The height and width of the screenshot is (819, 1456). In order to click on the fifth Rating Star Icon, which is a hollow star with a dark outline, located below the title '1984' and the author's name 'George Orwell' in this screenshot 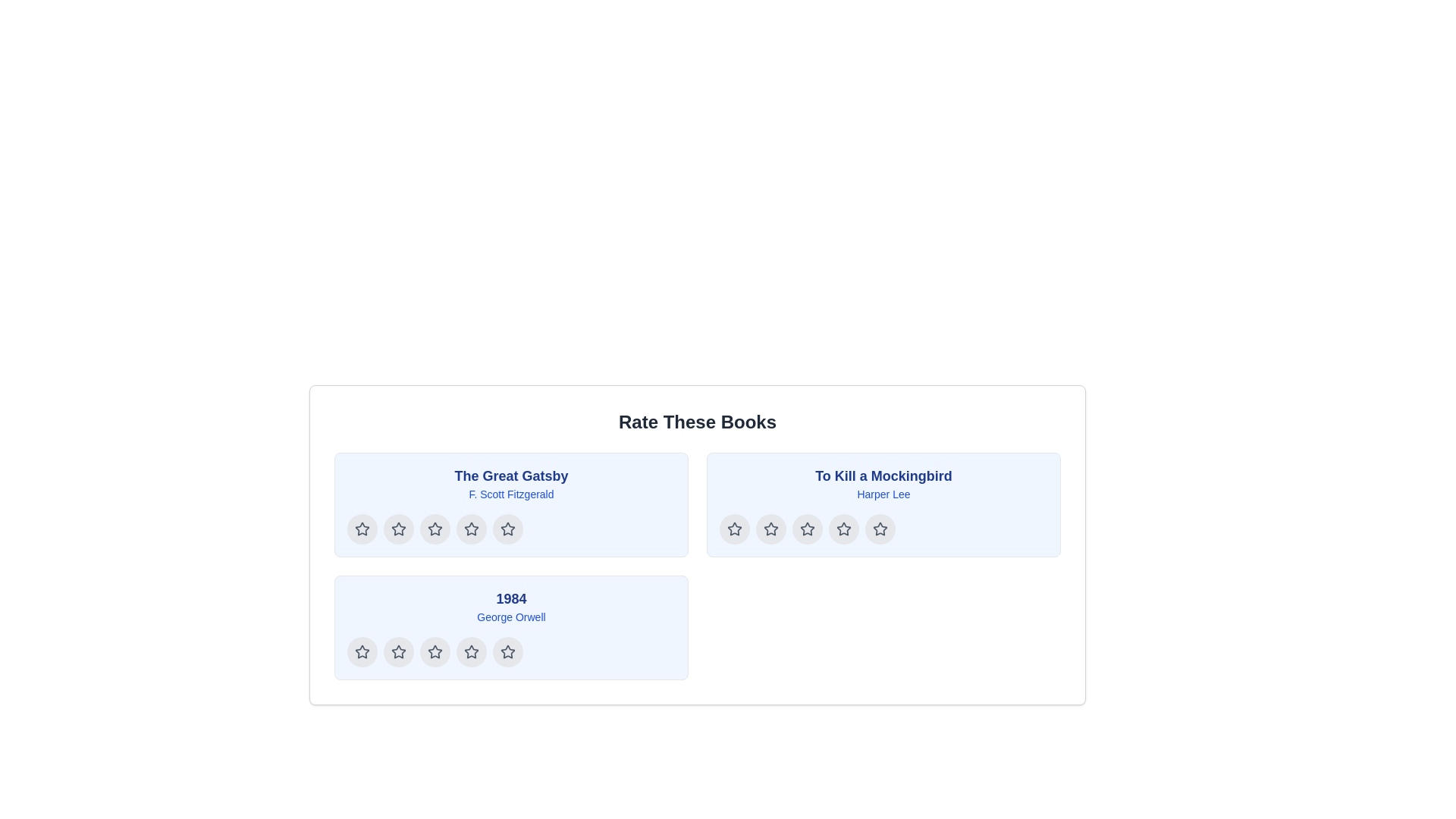, I will do `click(435, 651)`.